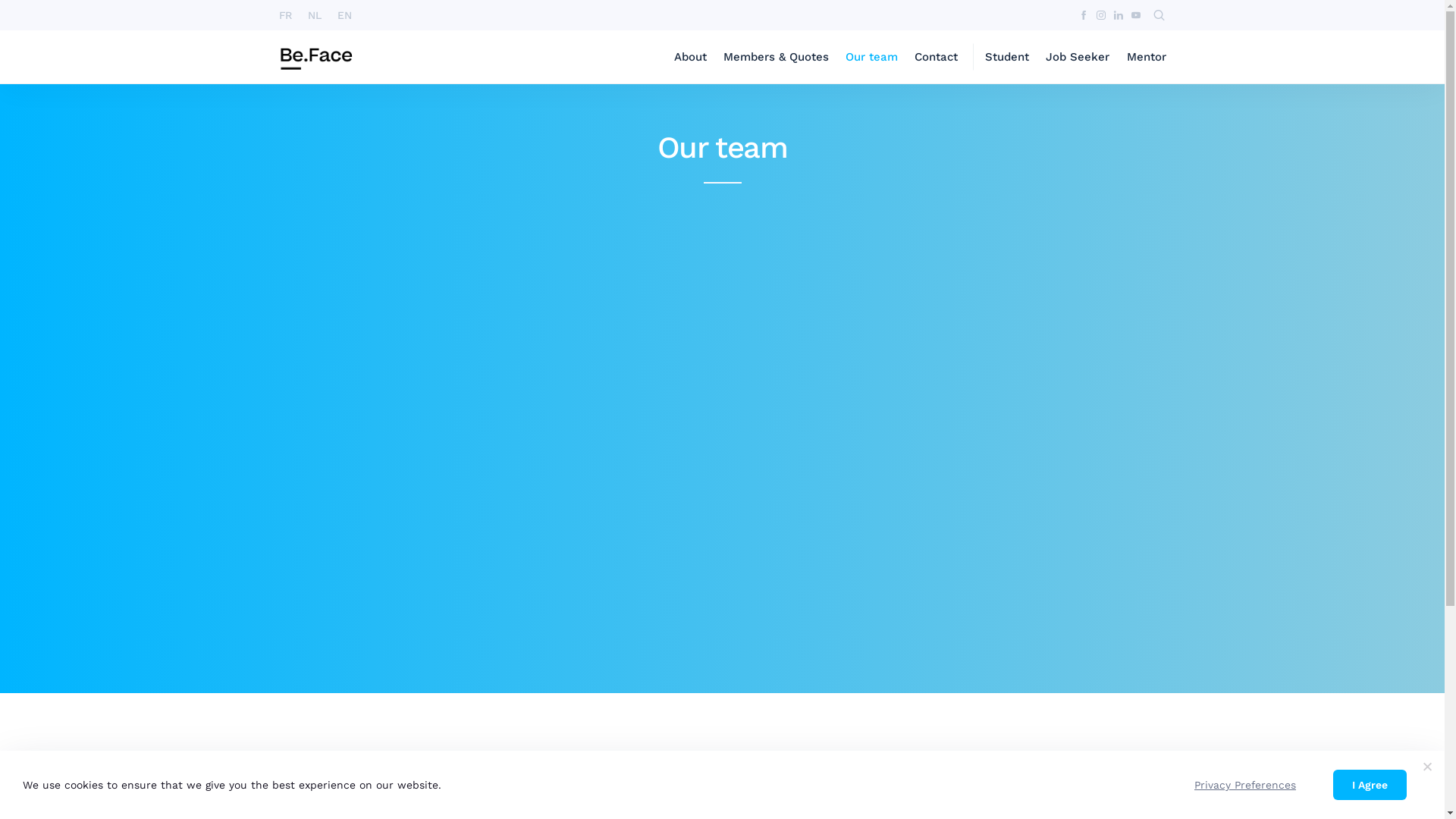  Describe the element at coordinates (1244, 784) in the screenshot. I see `'Privacy Preferences'` at that location.